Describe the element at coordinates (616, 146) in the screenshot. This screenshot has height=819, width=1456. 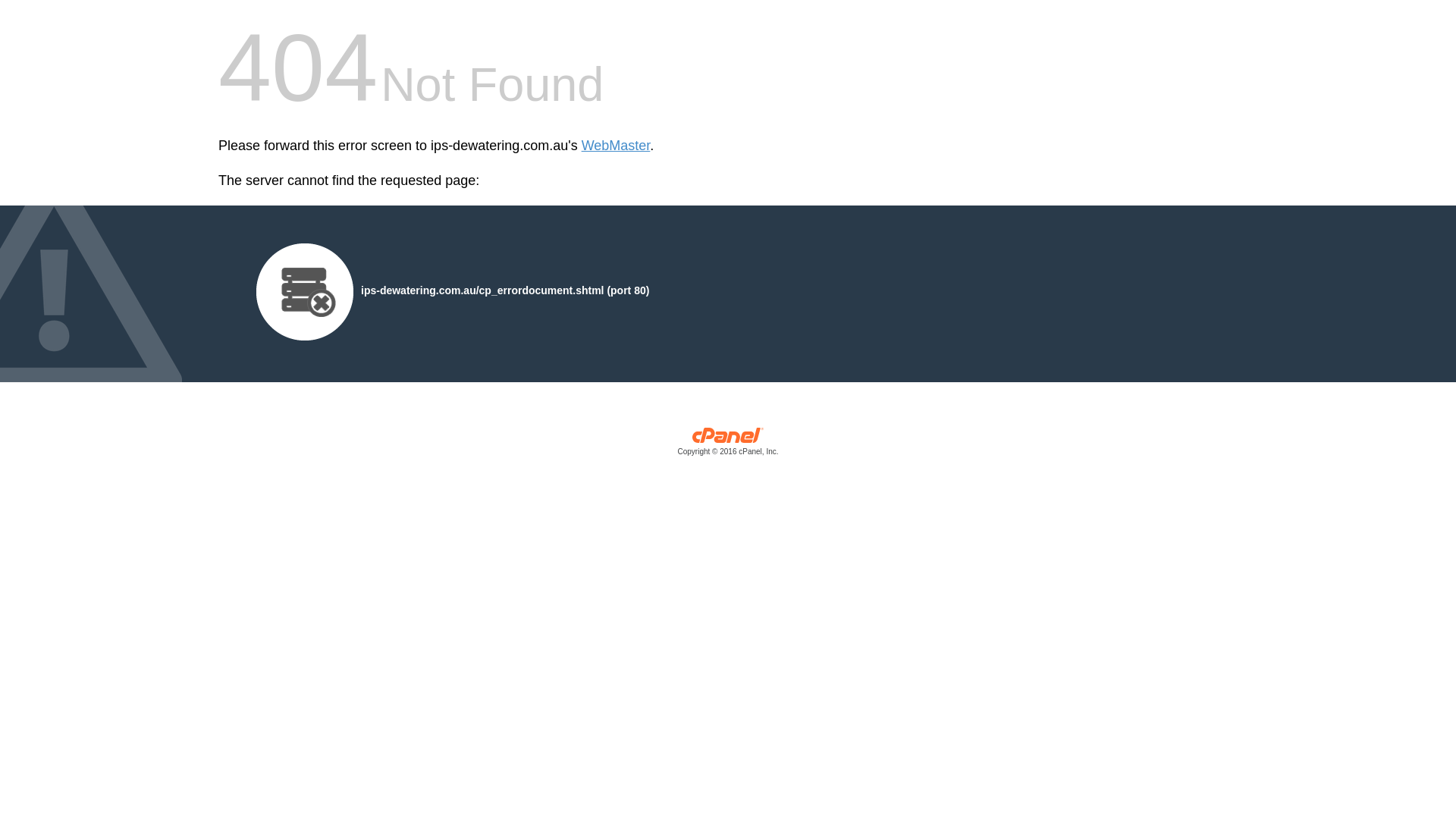
I see `'WebMaster'` at that location.